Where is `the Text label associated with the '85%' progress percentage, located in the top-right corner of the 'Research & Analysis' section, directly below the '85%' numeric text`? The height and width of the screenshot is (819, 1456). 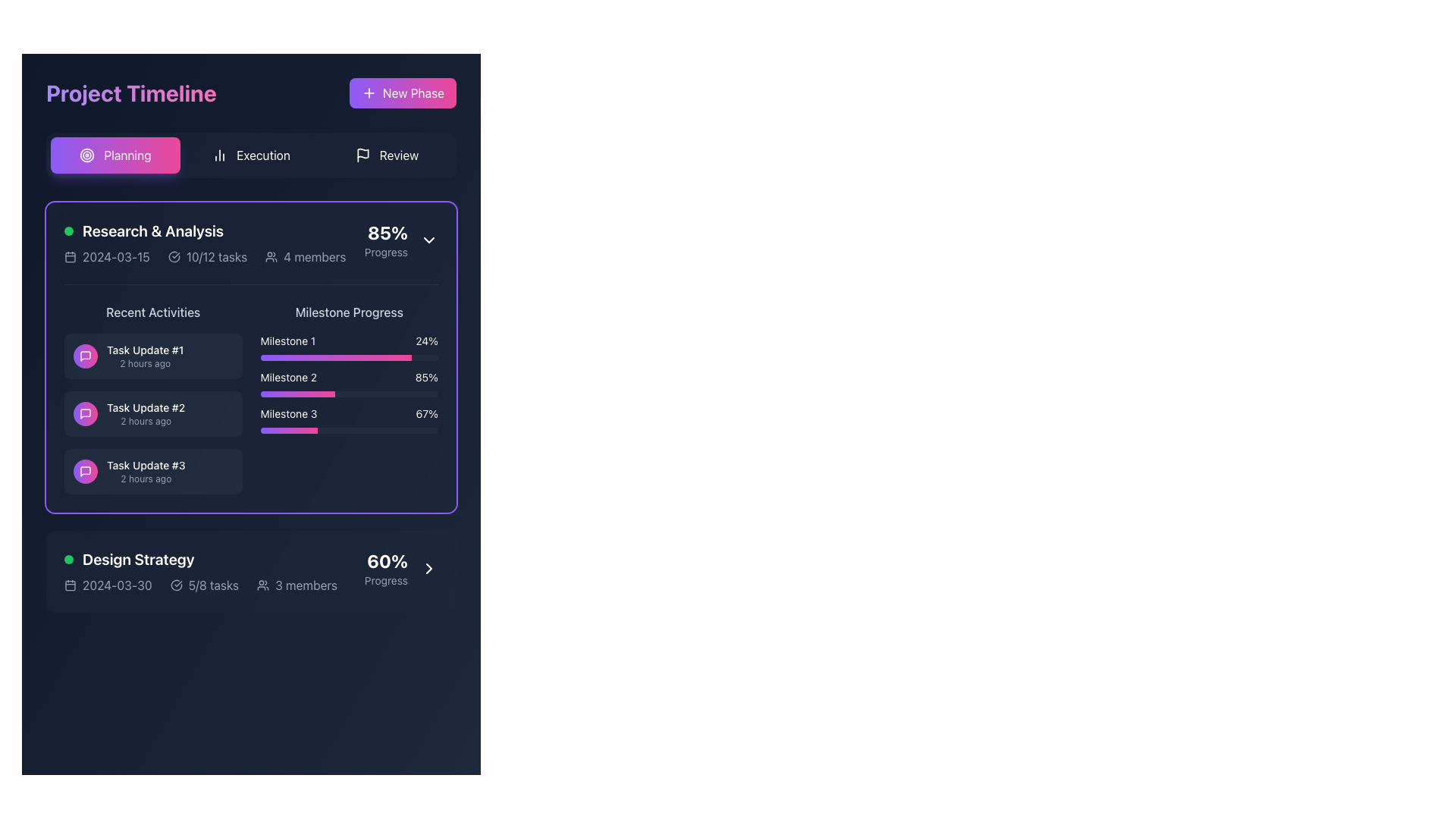
the Text label associated with the '85%' progress percentage, located in the top-right corner of the 'Research & Analysis' section, directly below the '85%' numeric text is located at coordinates (386, 251).